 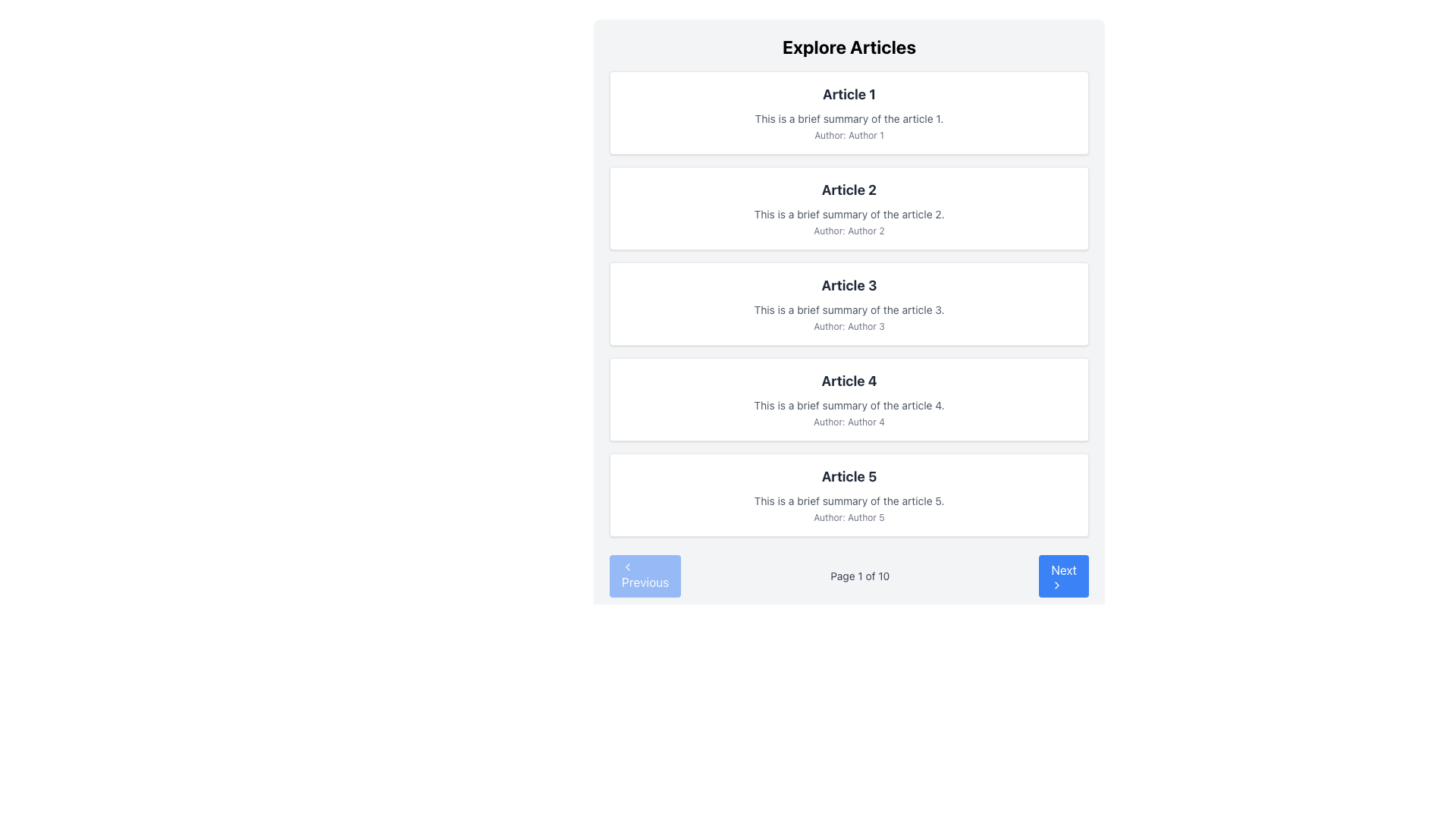 I want to click on the static text element reading 'This is a brief summary of the article 1.' which is located beneath the title 'Article 1' and above the author information 'Author: Author 1', so click(x=848, y=118).